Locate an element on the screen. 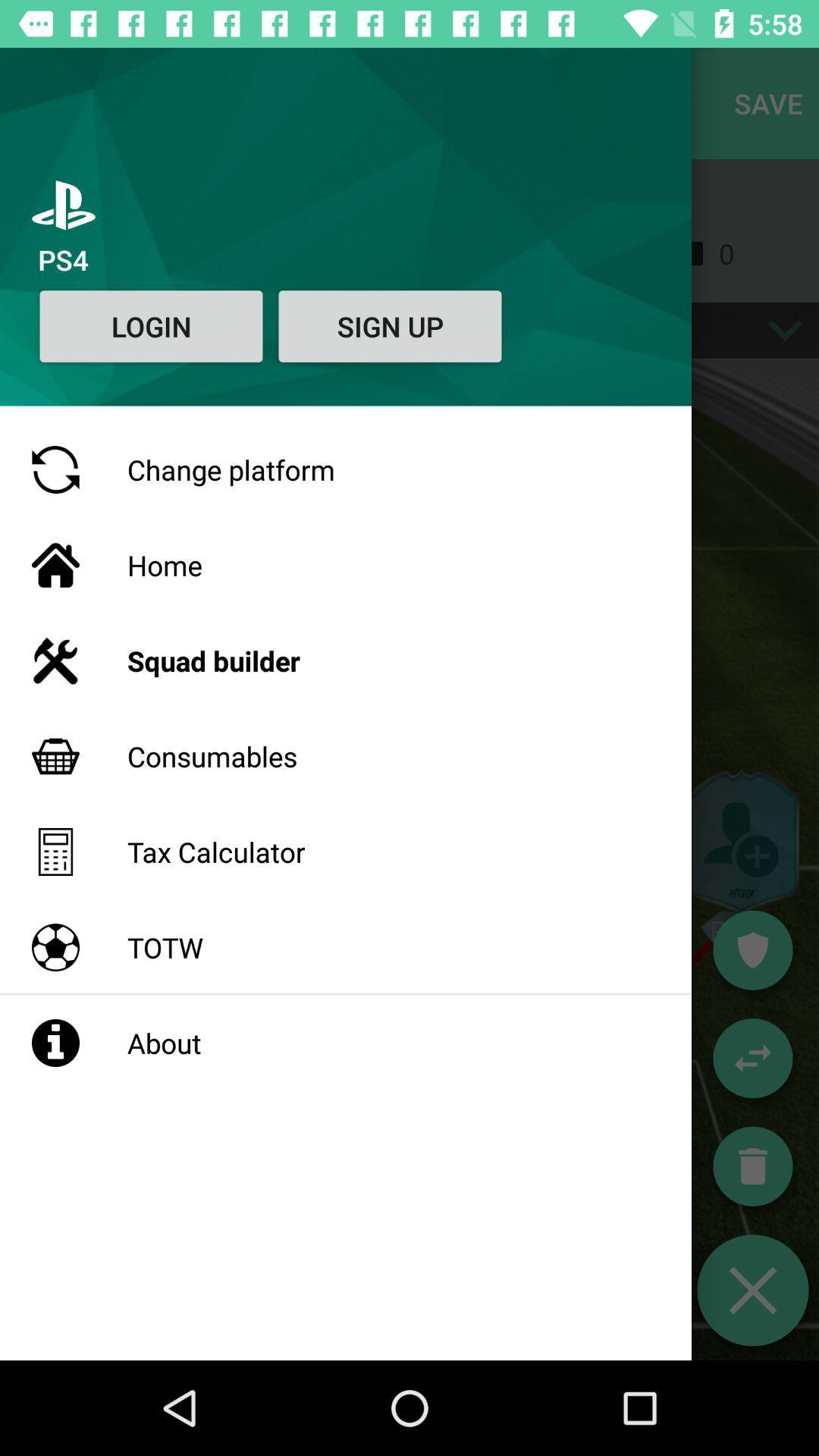 This screenshot has height=1456, width=819. the swap icon is located at coordinates (752, 1057).